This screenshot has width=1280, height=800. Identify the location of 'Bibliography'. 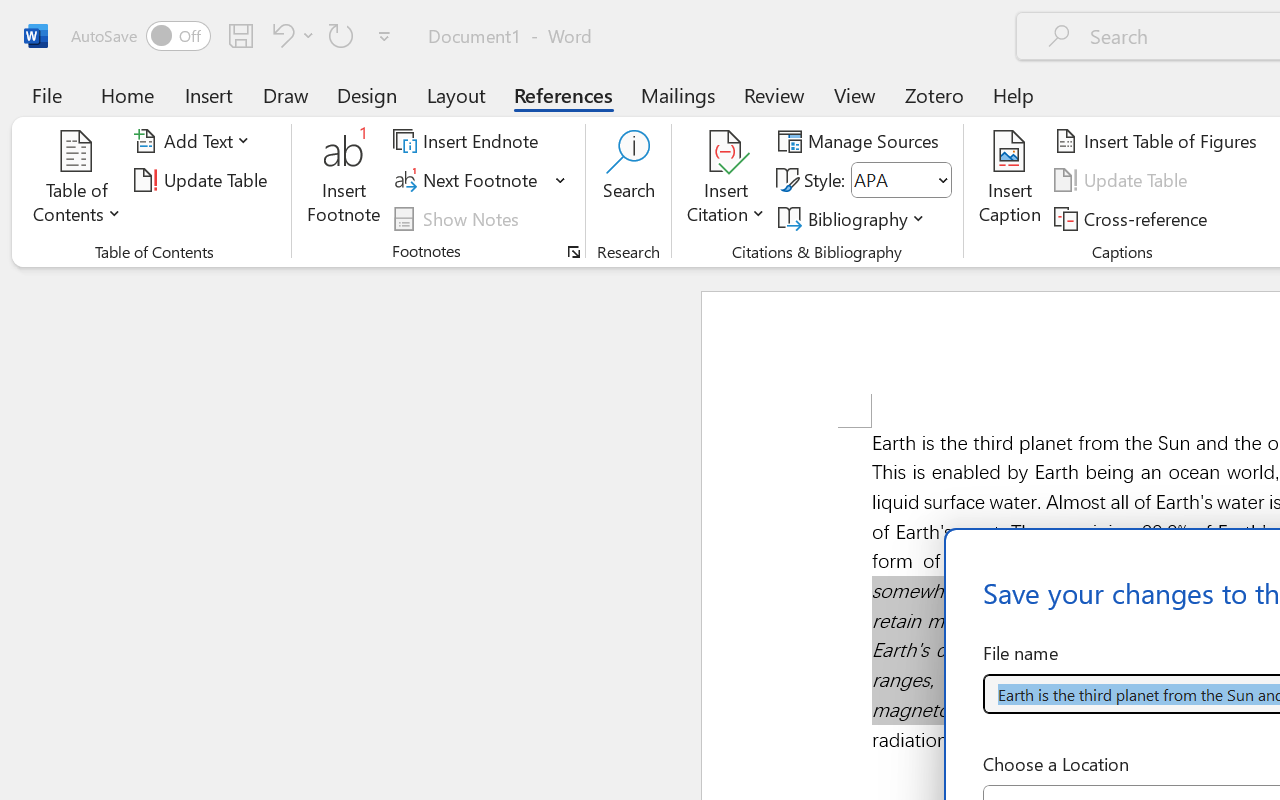
(855, 218).